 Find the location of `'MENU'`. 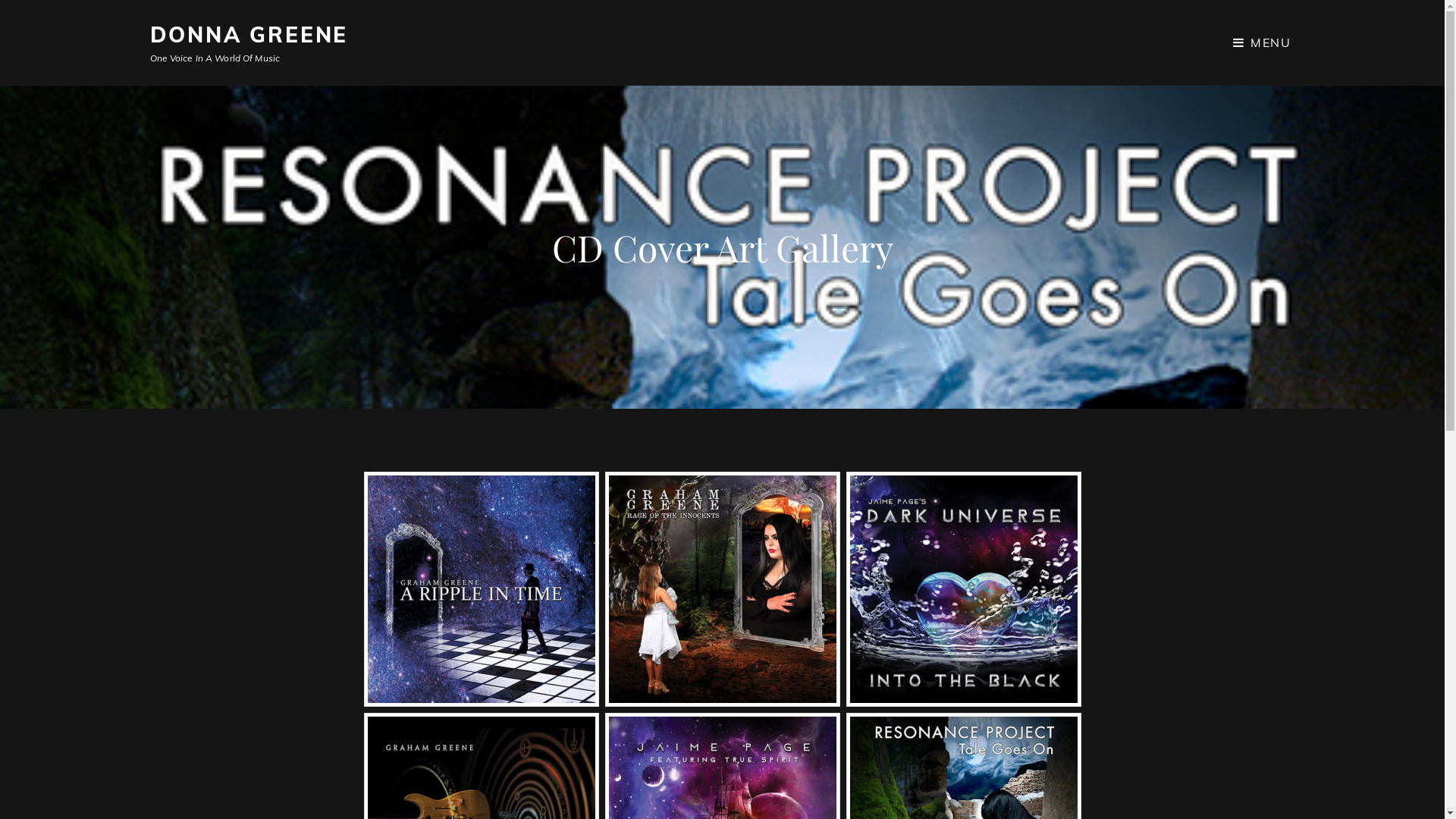

'MENU' is located at coordinates (1262, 42).